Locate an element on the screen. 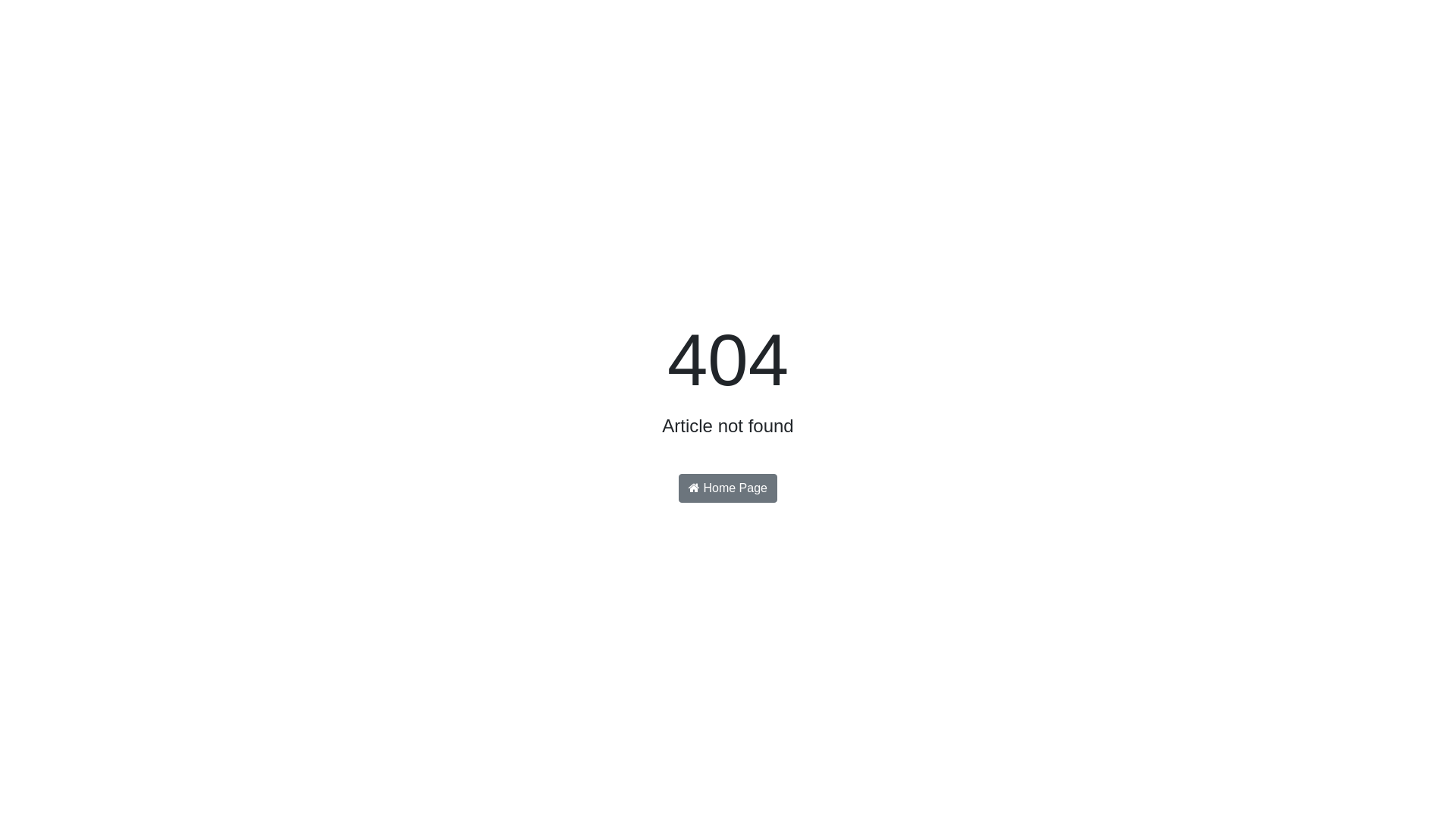 This screenshot has height=819, width=1456. 'Home Page' is located at coordinates (677, 488).